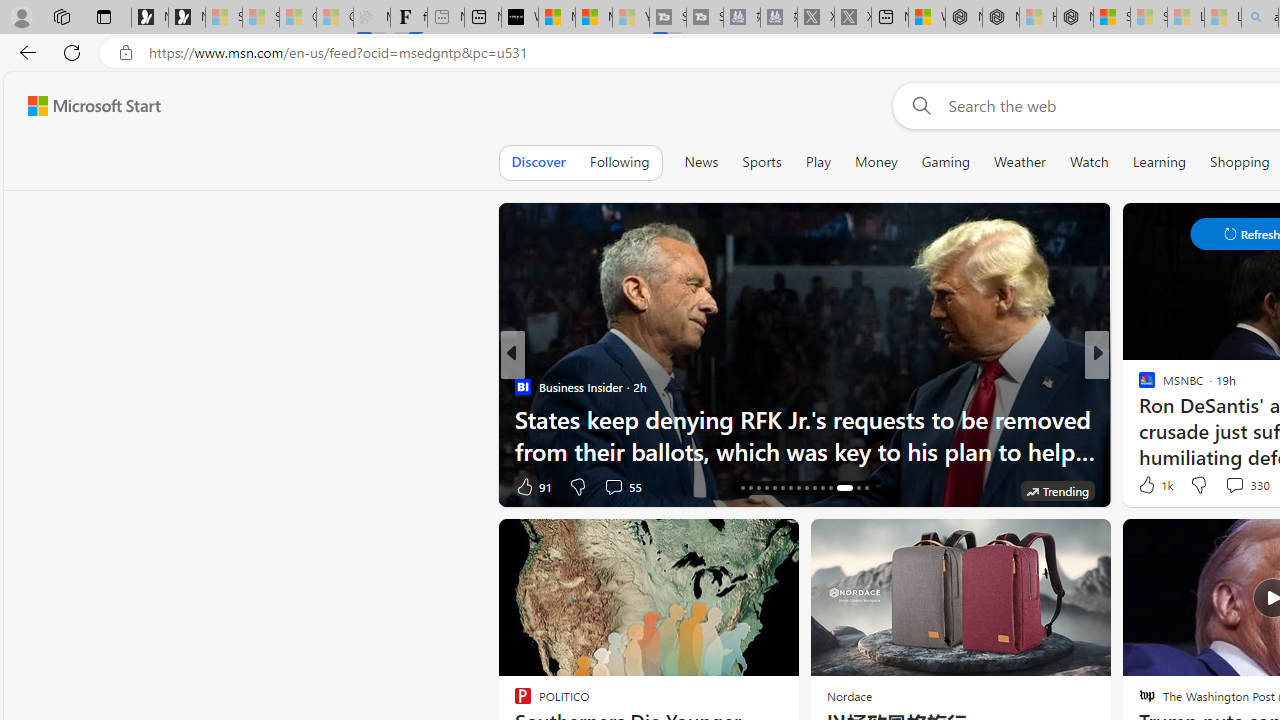  What do you see at coordinates (1243, 486) in the screenshot?
I see `'View comments 96 Comment'` at bounding box center [1243, 486].